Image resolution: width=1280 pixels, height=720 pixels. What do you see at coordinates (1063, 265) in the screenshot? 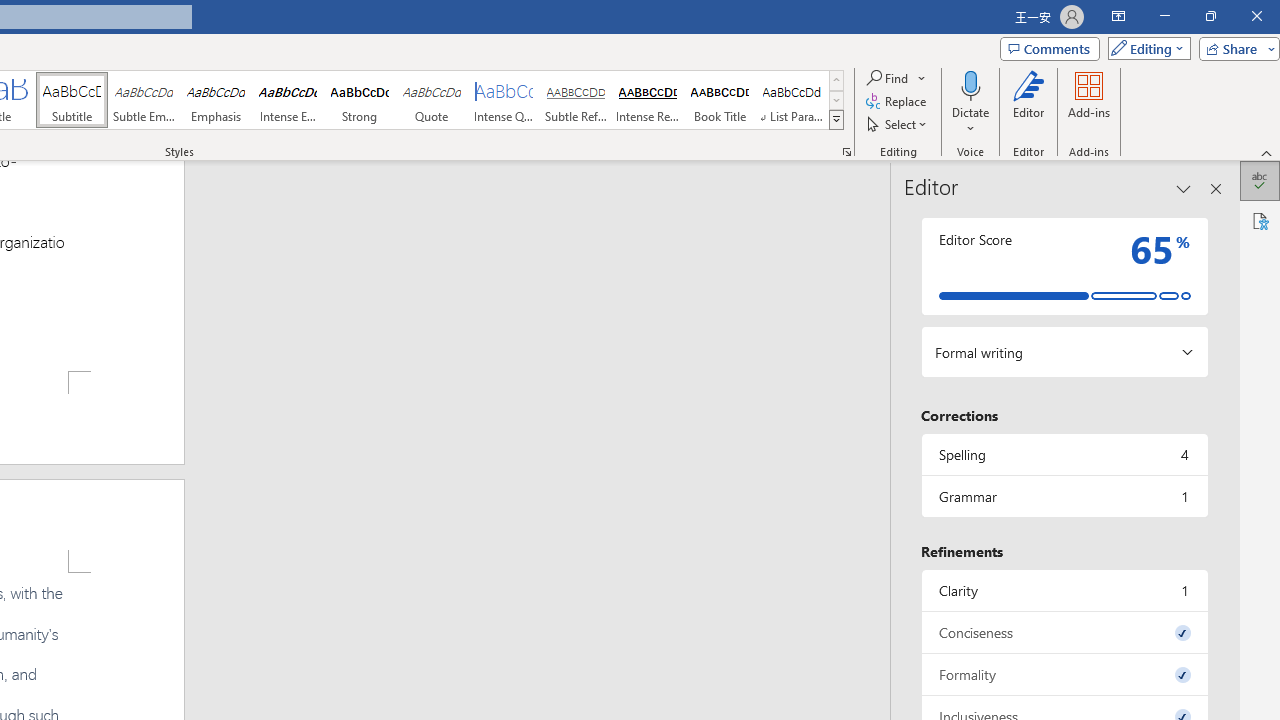
I see `'Editor Score 65%'` at bounding box center [1063, 265].